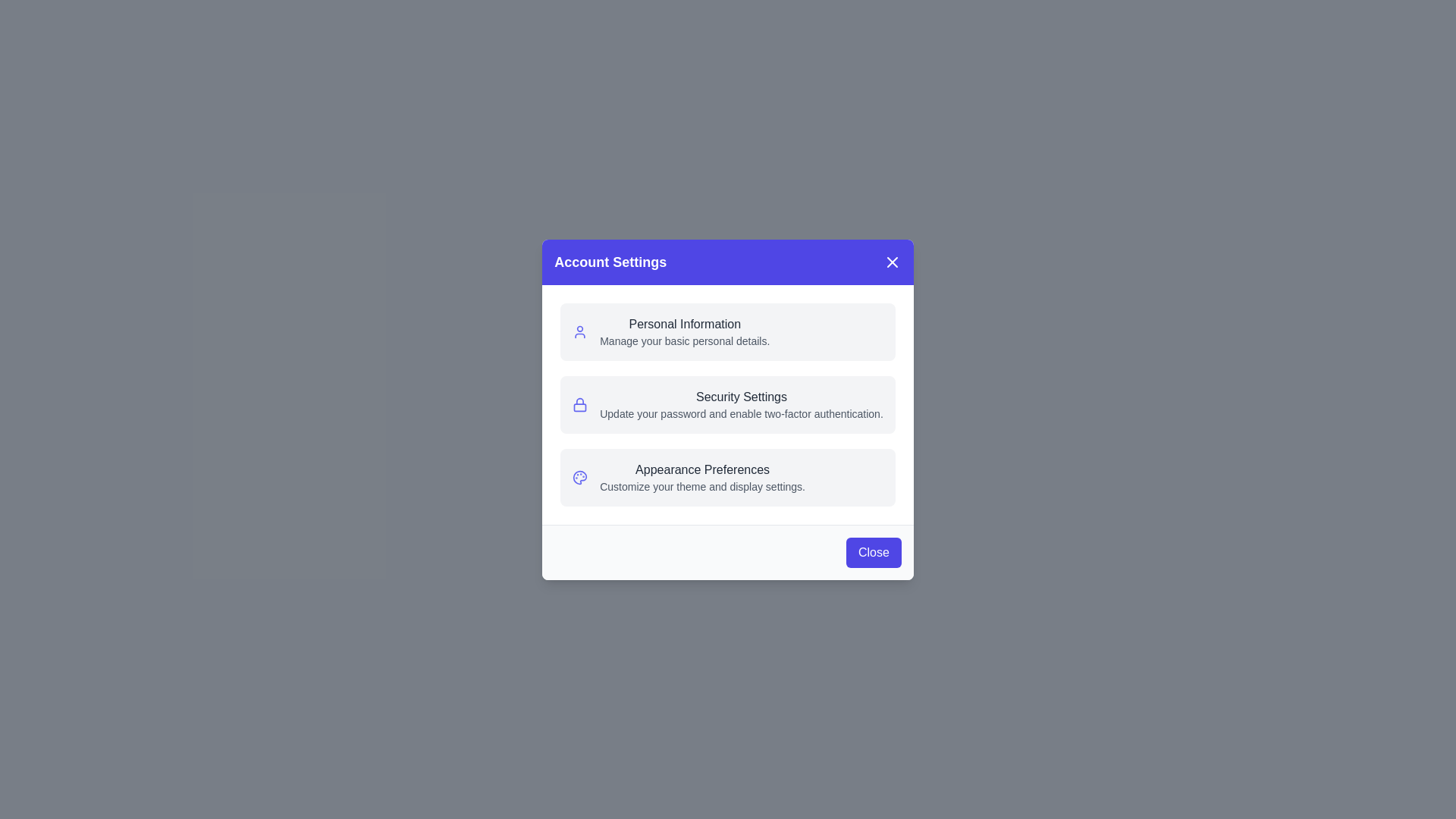  Describe the element at coordinates (701, 486) in the screenshot. I see `the text element styled in smaller gray text located below the 'Appearance Preferences' heading for copying` at that location.